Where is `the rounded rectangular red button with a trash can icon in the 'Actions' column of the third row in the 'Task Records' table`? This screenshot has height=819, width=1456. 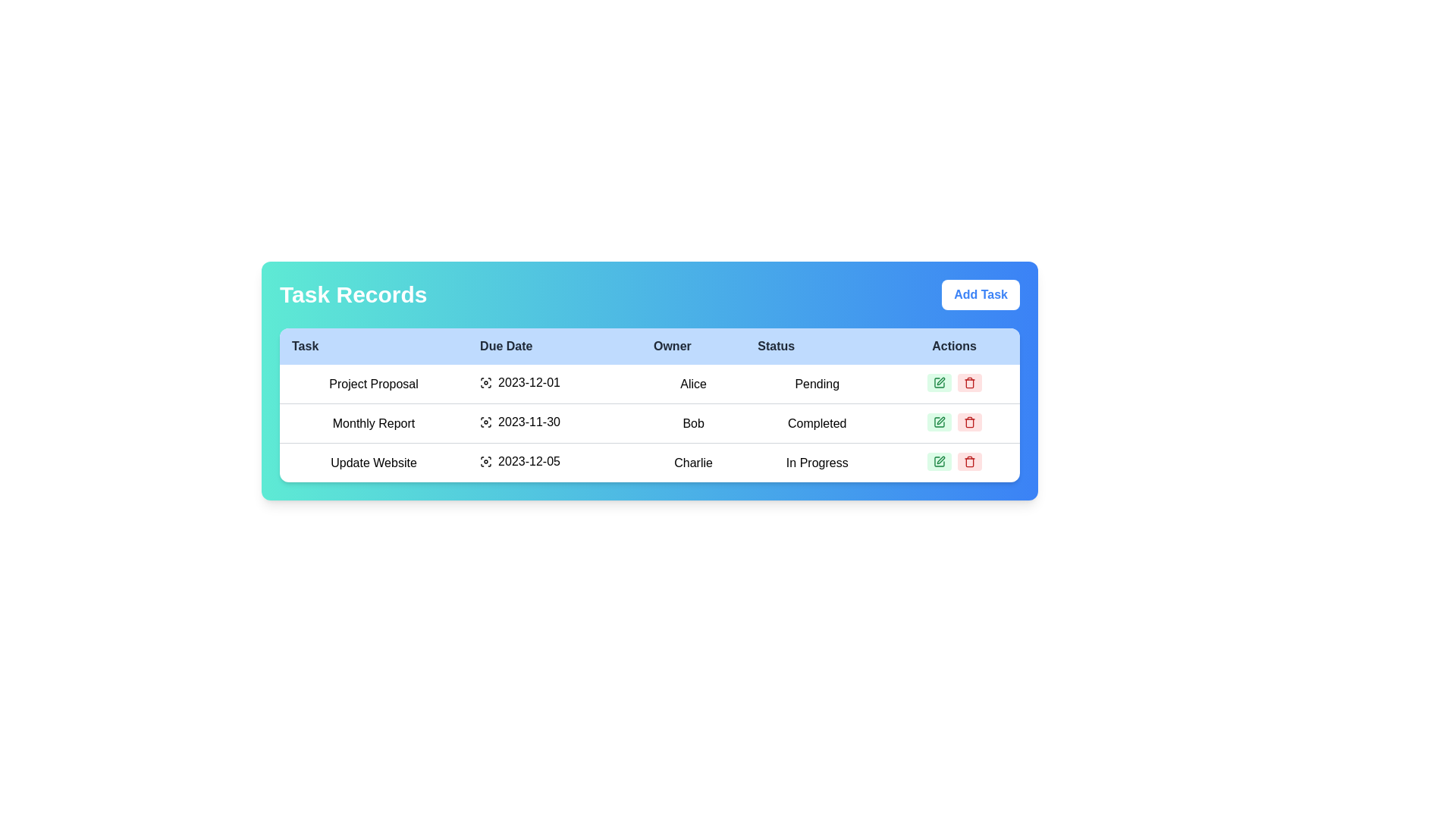
the rounded rectangular red button with a trash can icon in the 'Actions' column of the third row in the 'Task Records' table is located at coordinates (968, 461).